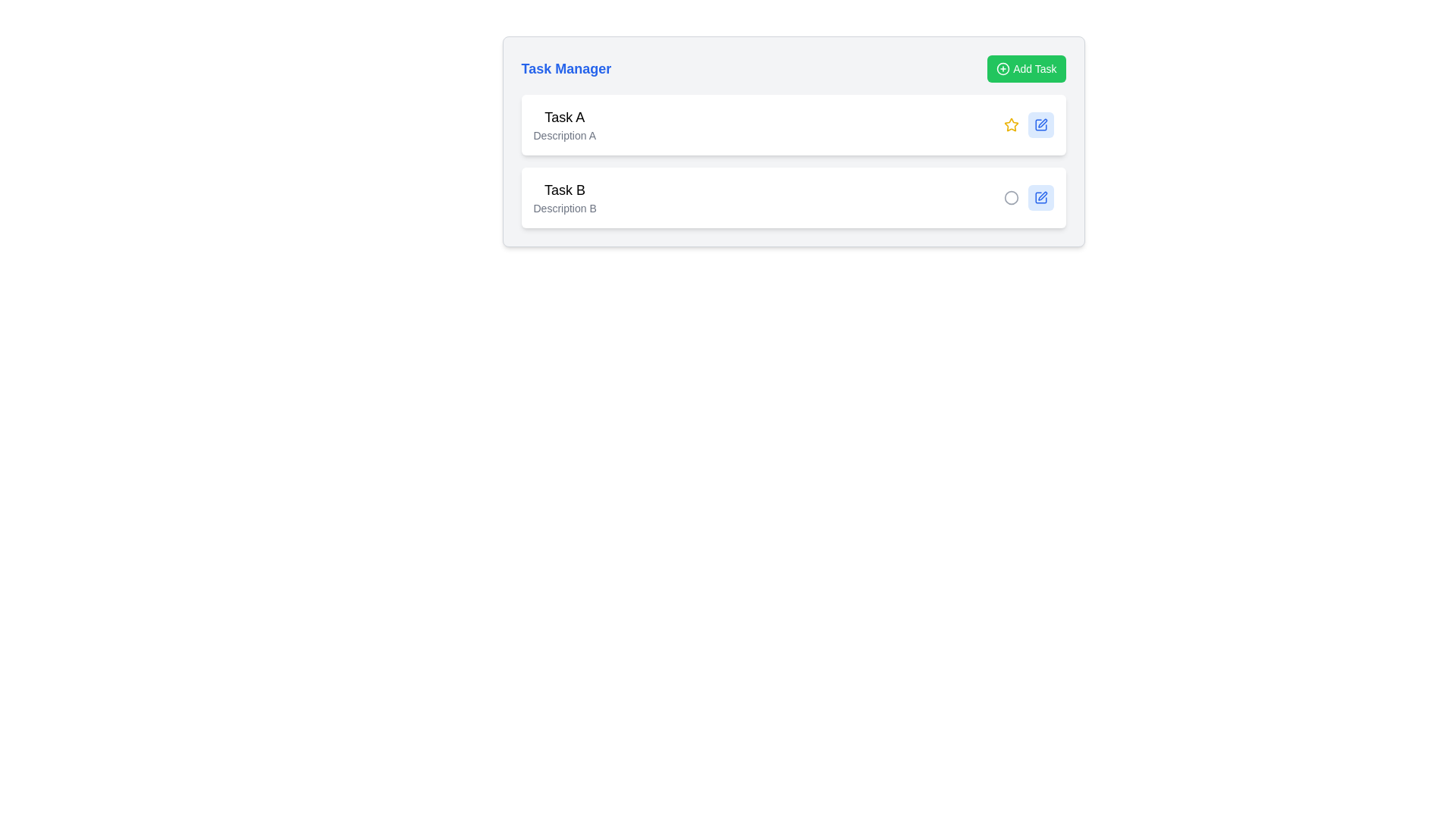 The image size is (1456, 819). Describe the element at coordinates (563, 134) in the screenshot. I see `the descriptive text label located immediately below 'Task A' in the first card of the 'Task Manager' interface` at that location.